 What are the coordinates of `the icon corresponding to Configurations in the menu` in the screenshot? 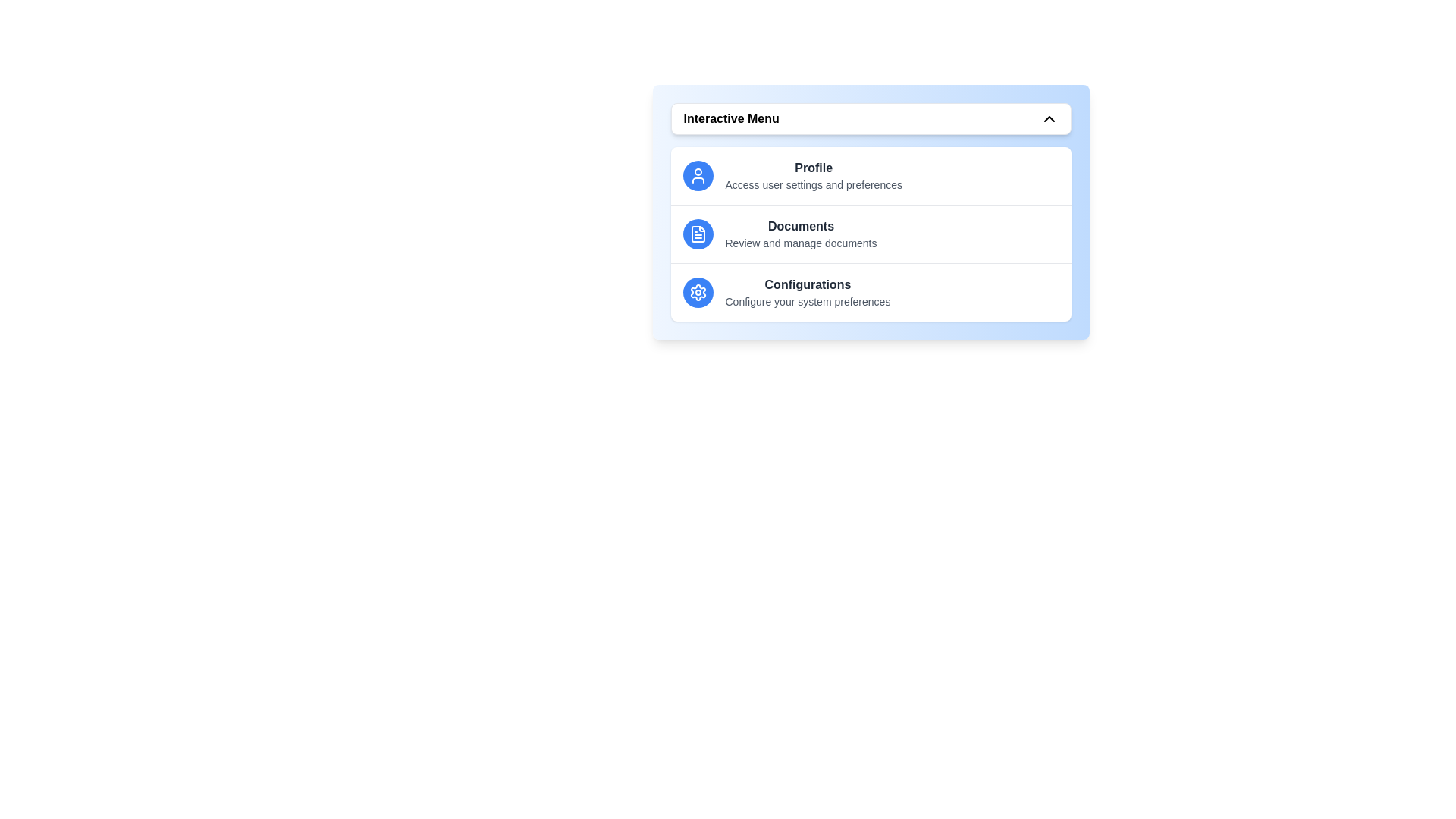 It's located at (697, 292).